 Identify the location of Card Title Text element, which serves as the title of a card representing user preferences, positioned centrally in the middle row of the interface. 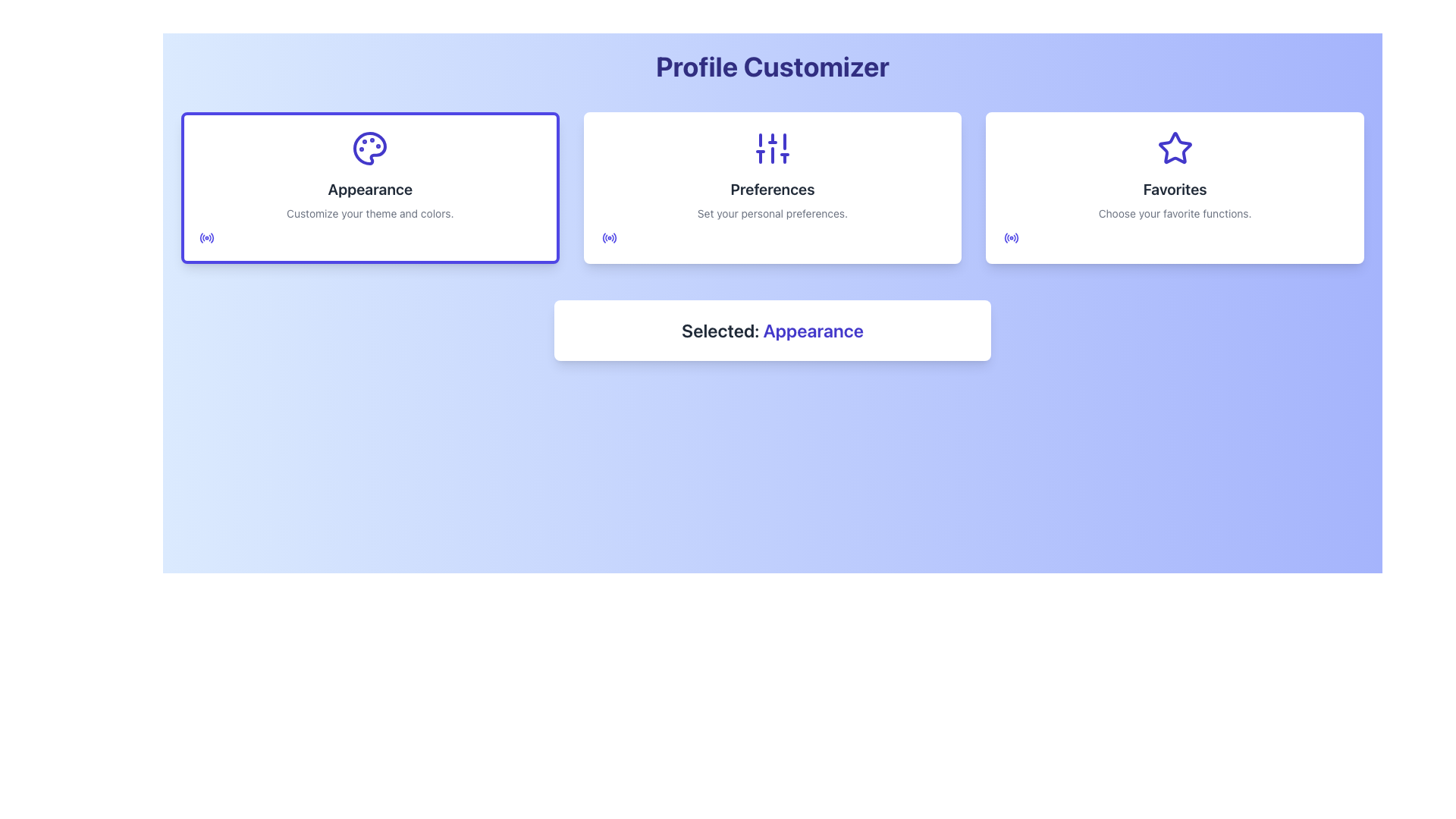
(772, 189).